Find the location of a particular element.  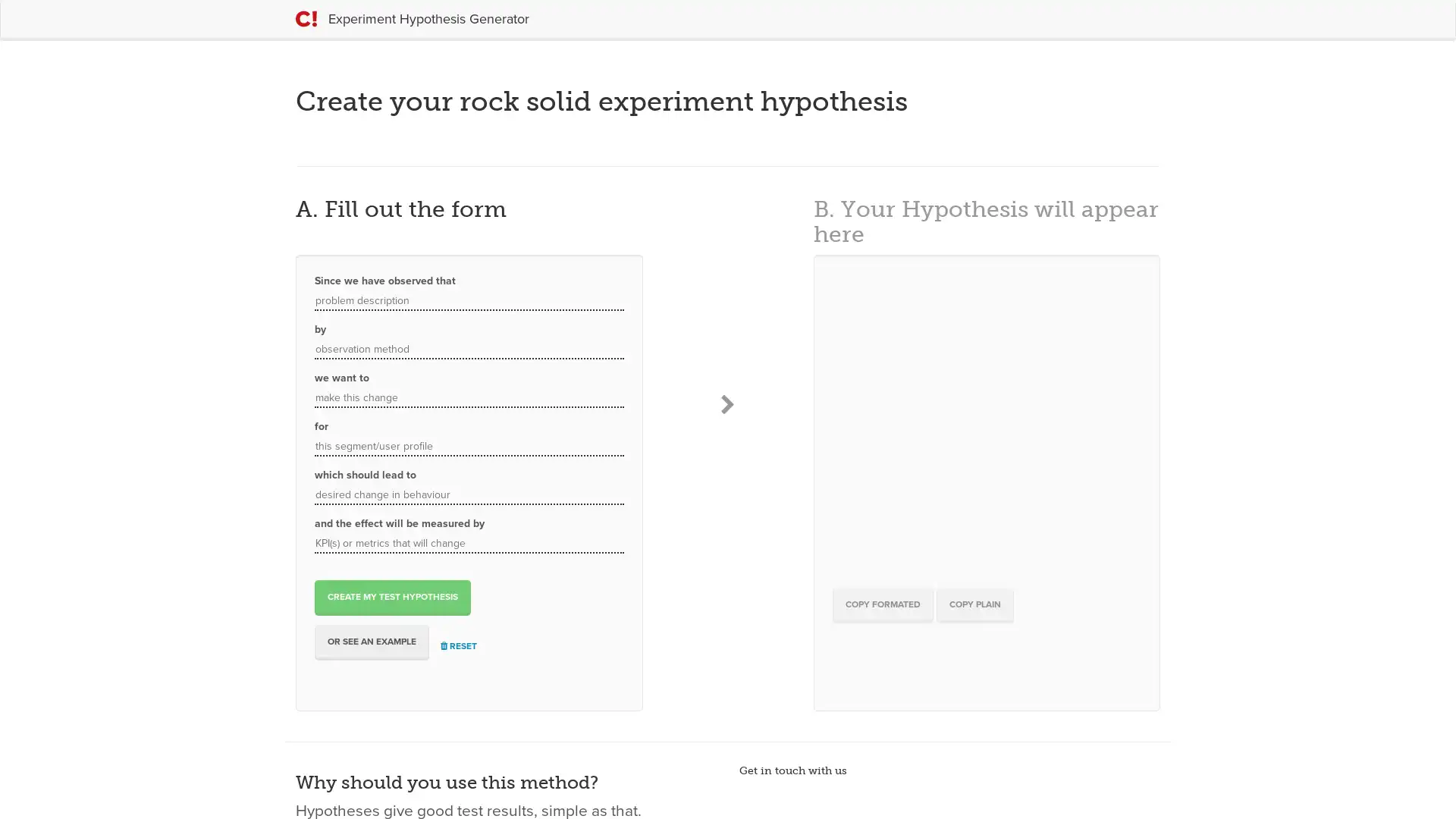

RESET is located at coordinates (457, 646).